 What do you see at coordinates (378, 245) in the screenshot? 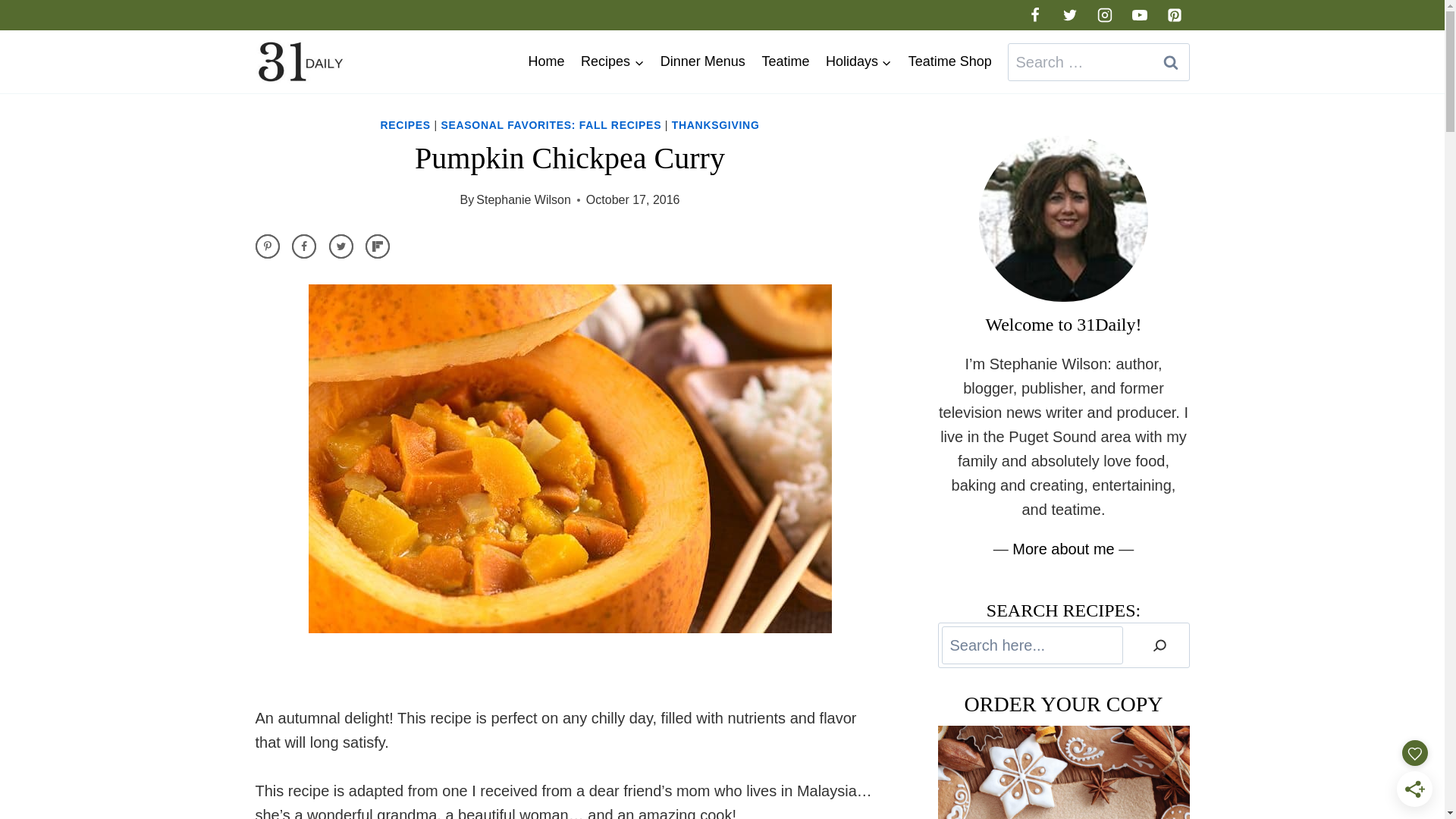
I see `'Share on Flipboard'` at bounding box center [378, 245].